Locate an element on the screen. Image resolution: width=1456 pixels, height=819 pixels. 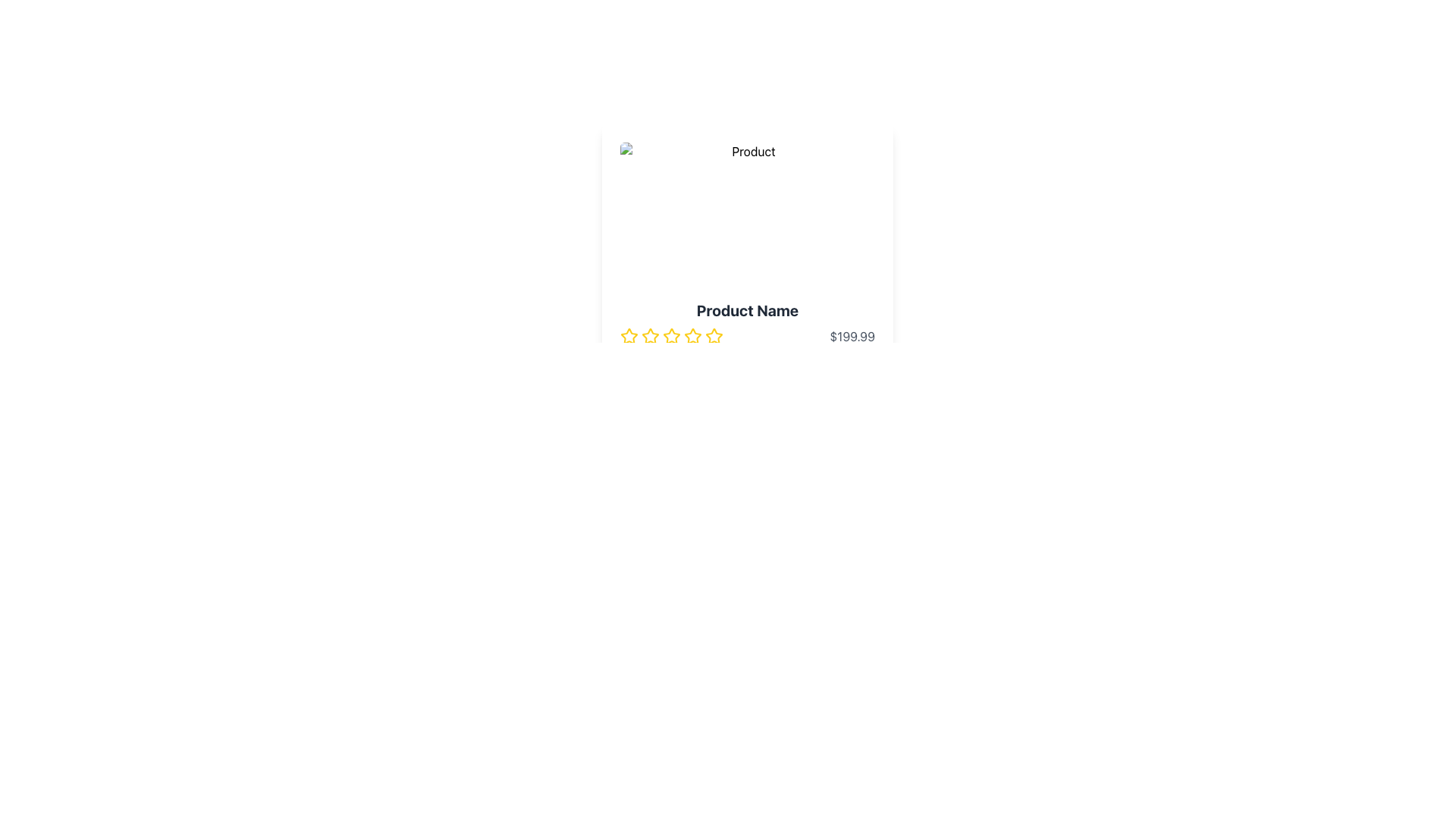
the fourth star in the 5-star rating system located beneath the 'Product Name' text to rate the product is located at coordinates (713, 335).